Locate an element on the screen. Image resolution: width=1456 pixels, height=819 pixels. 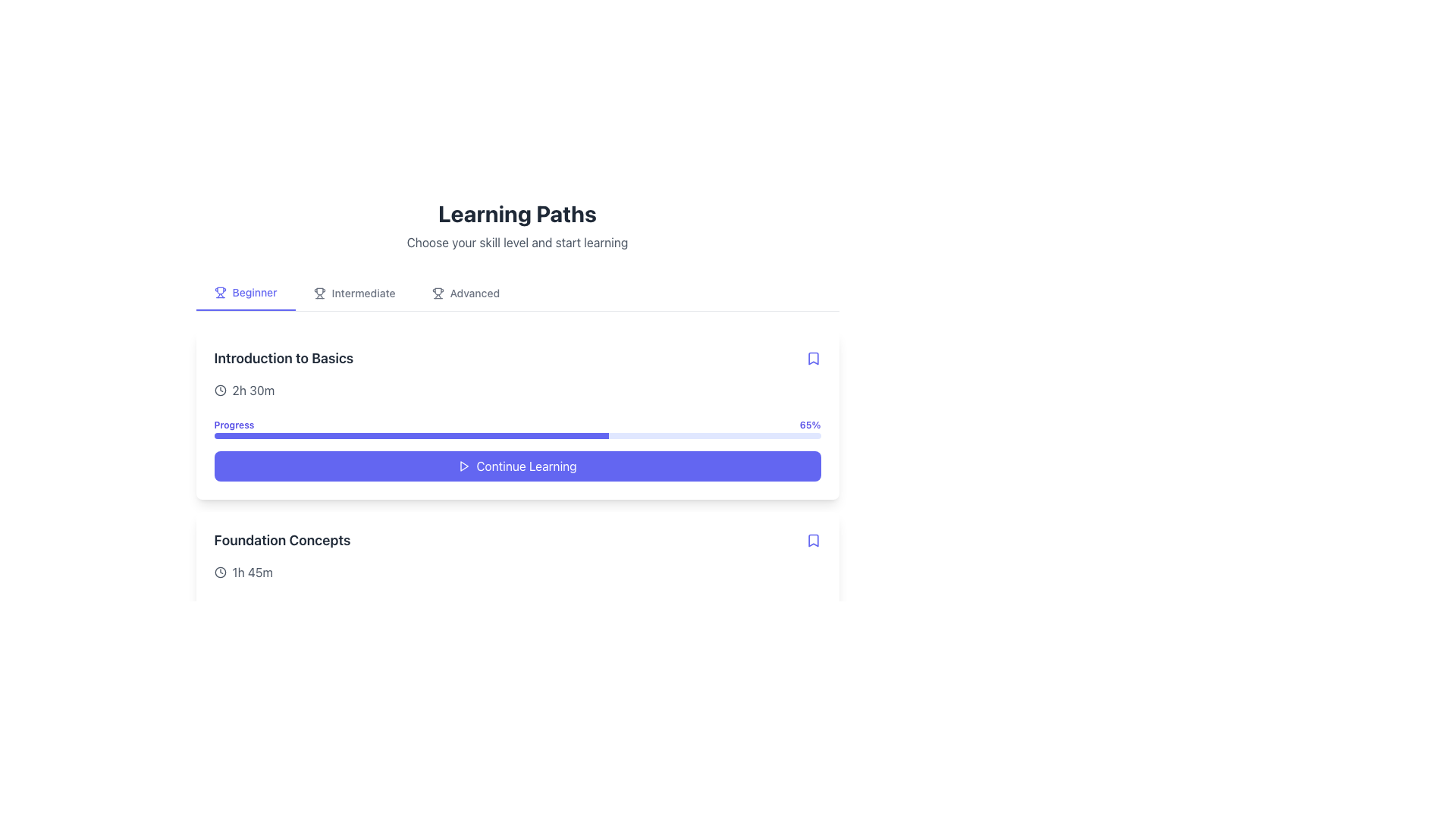
the bookmark icon (SVG) located at the top-right corner of the 'Introduction to Basics' card header is located at coordinates (812, 359).